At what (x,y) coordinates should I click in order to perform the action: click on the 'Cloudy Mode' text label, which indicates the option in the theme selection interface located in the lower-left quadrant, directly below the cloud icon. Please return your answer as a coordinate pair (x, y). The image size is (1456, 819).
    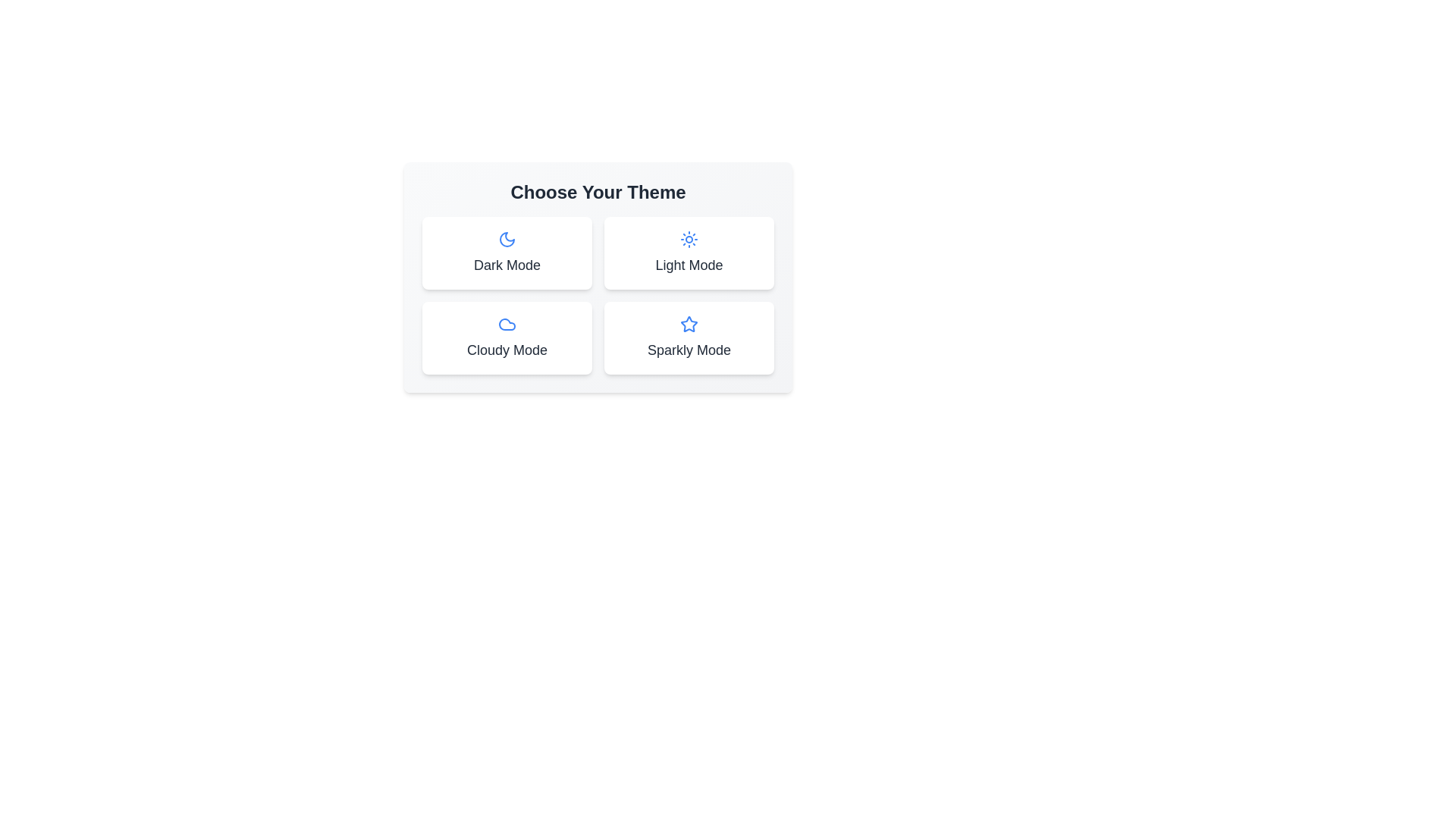
    Looking at the image, I should click on (507, 350).